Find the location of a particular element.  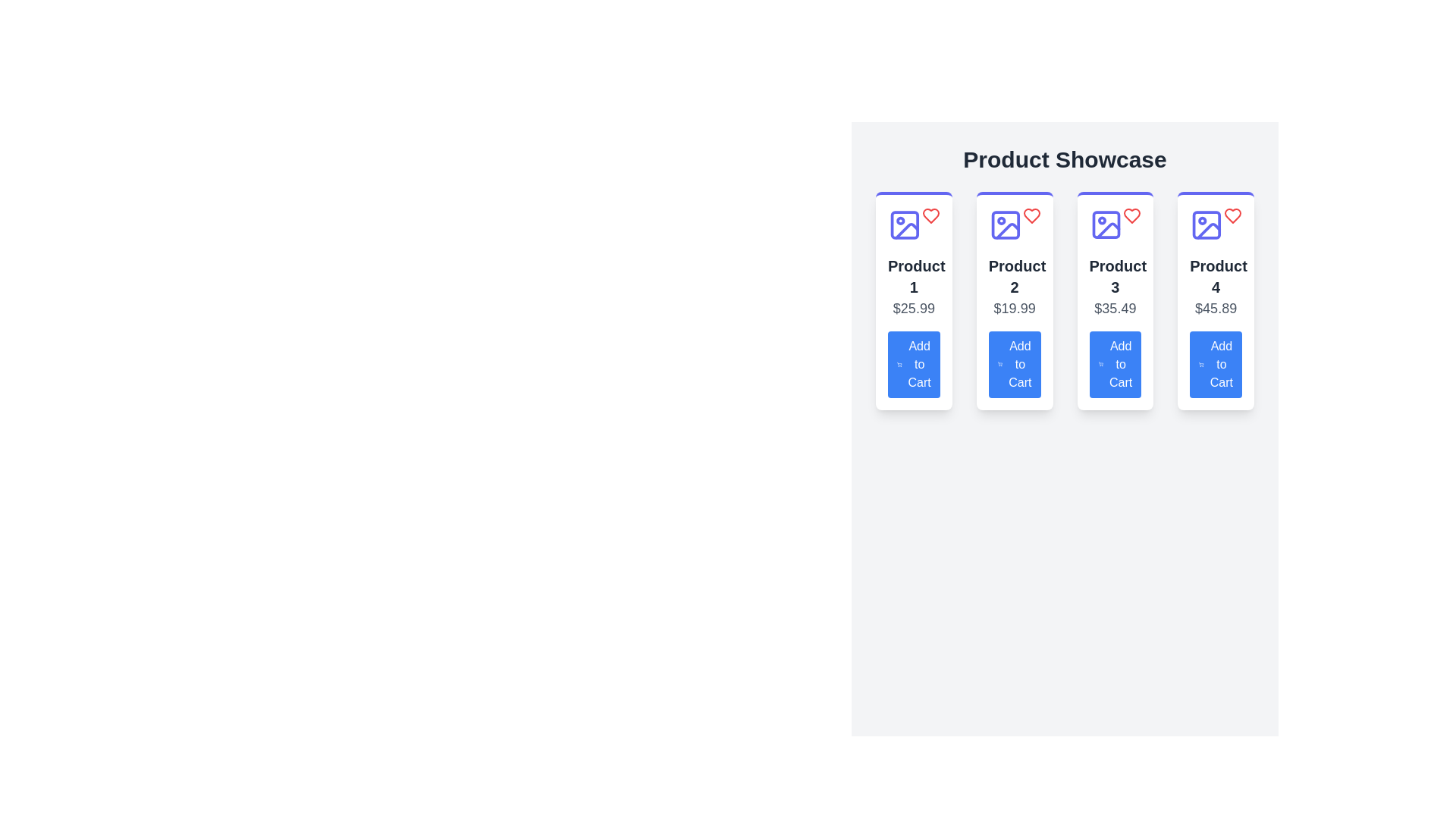

the indigo-hued icon with a rounded rectangular border representing an image or media, located above the text 'Product 1' in the first product card is located at coordinates (905, 225).